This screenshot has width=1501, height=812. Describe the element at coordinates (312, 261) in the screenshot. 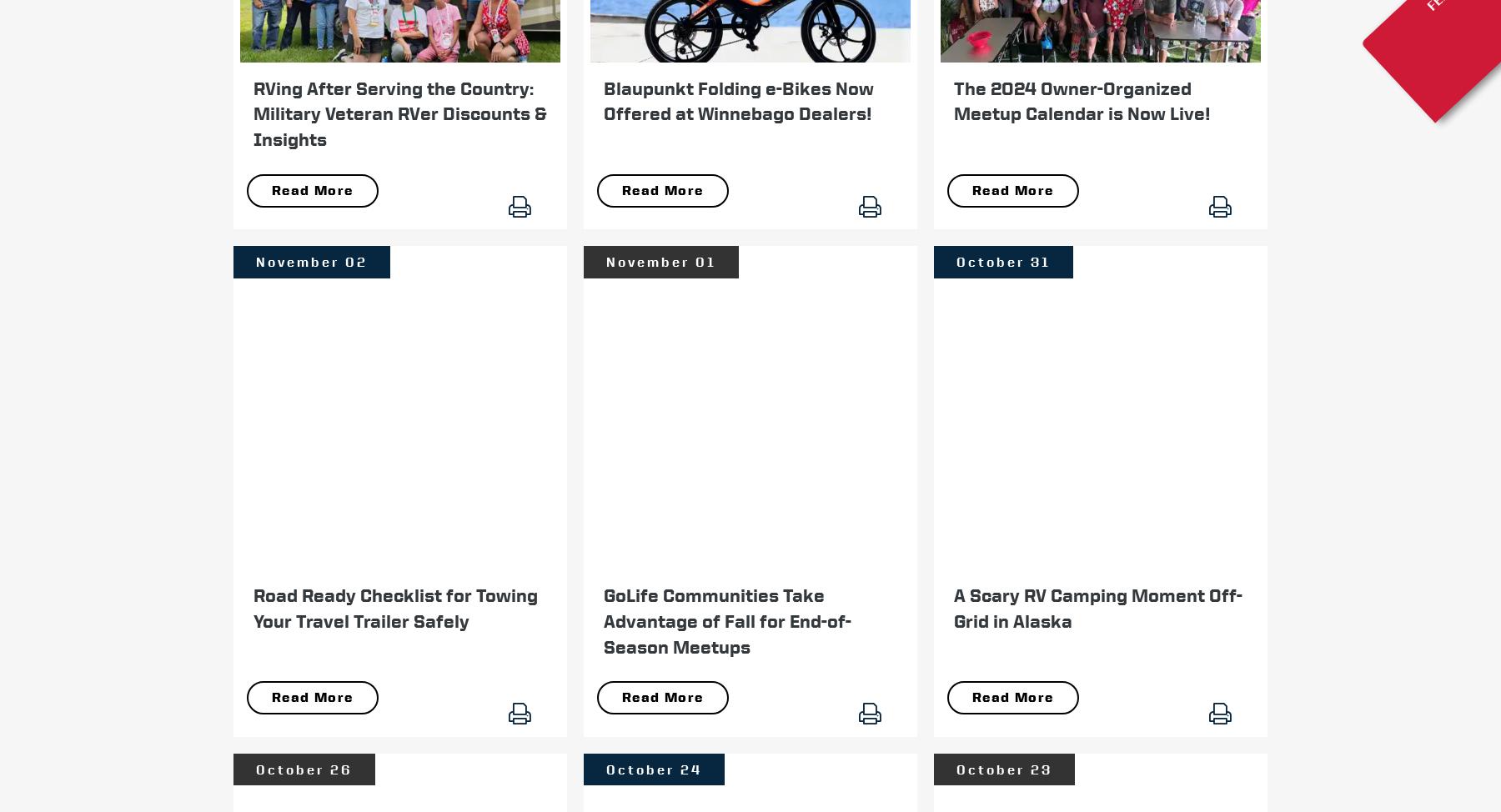

I see `'November 02'` at that location.